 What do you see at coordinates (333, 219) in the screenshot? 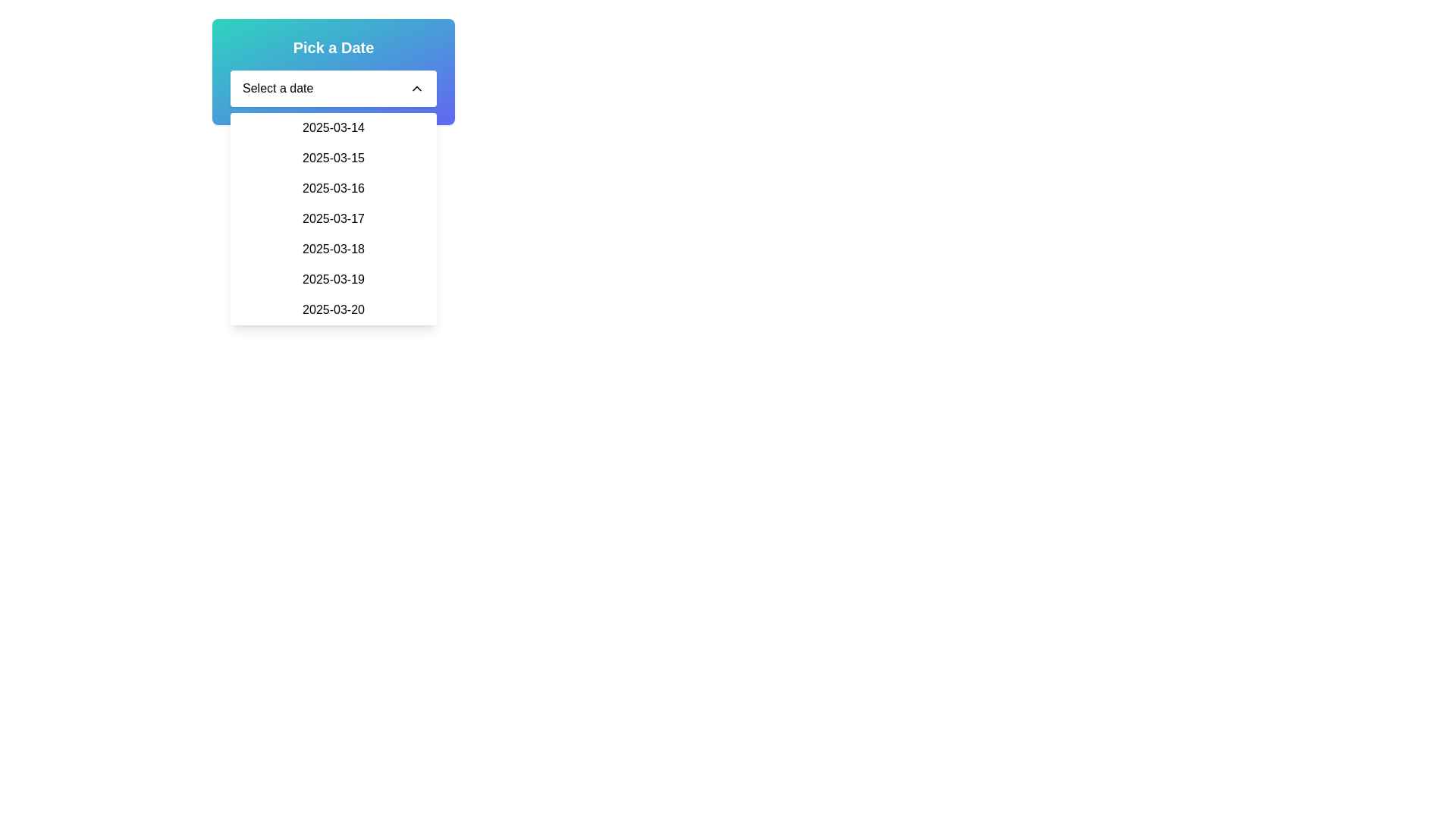
I see `the fourth date option in the dropdown menu below the 'Select a date' input box in the 'Pick a Date' interface` at bounding box center [333, 219].